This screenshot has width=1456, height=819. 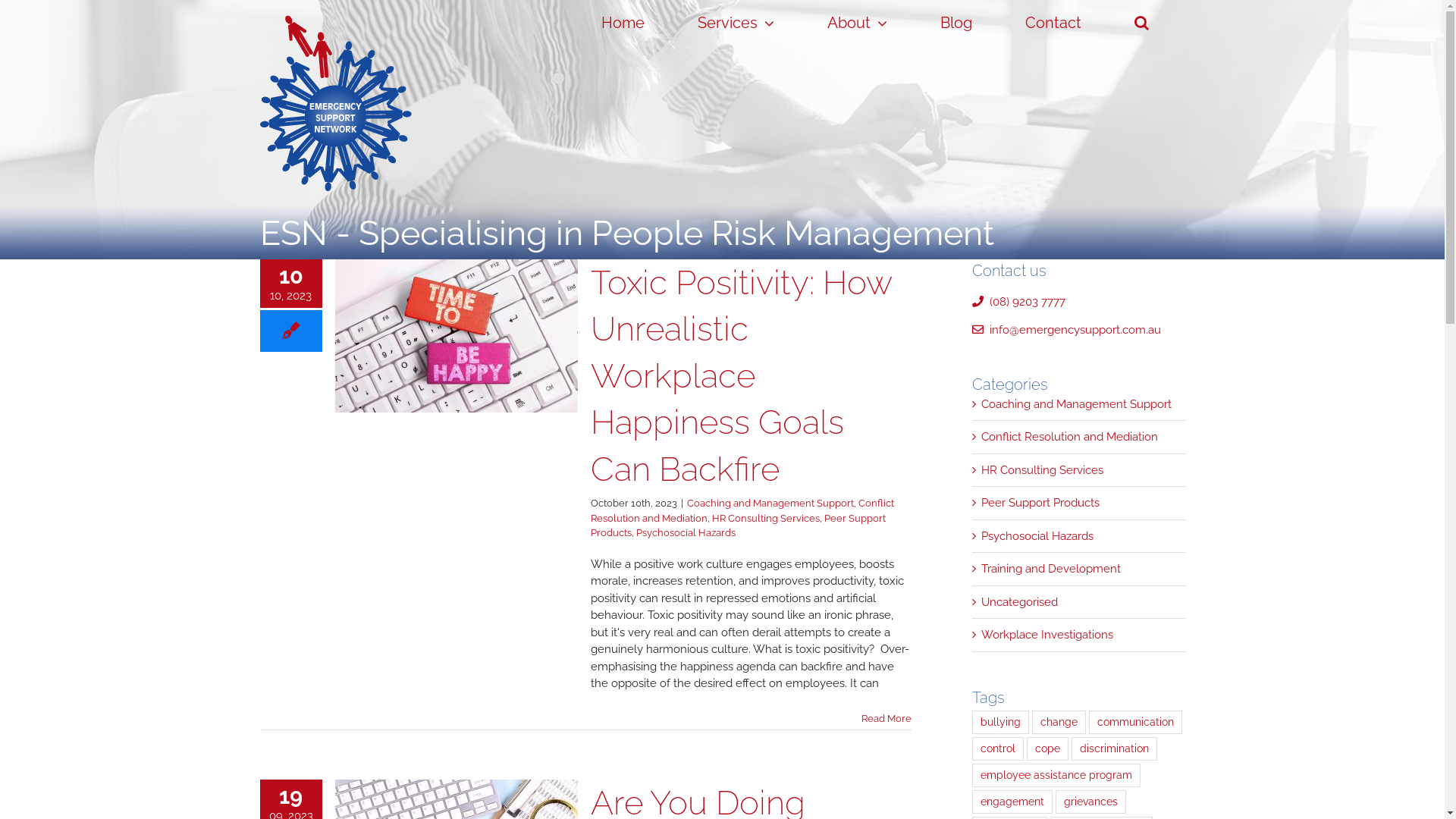 What do you see at coordinates (1058, 720) in the screenshot?
I see `'change'` at bounding box center [1058, 720].